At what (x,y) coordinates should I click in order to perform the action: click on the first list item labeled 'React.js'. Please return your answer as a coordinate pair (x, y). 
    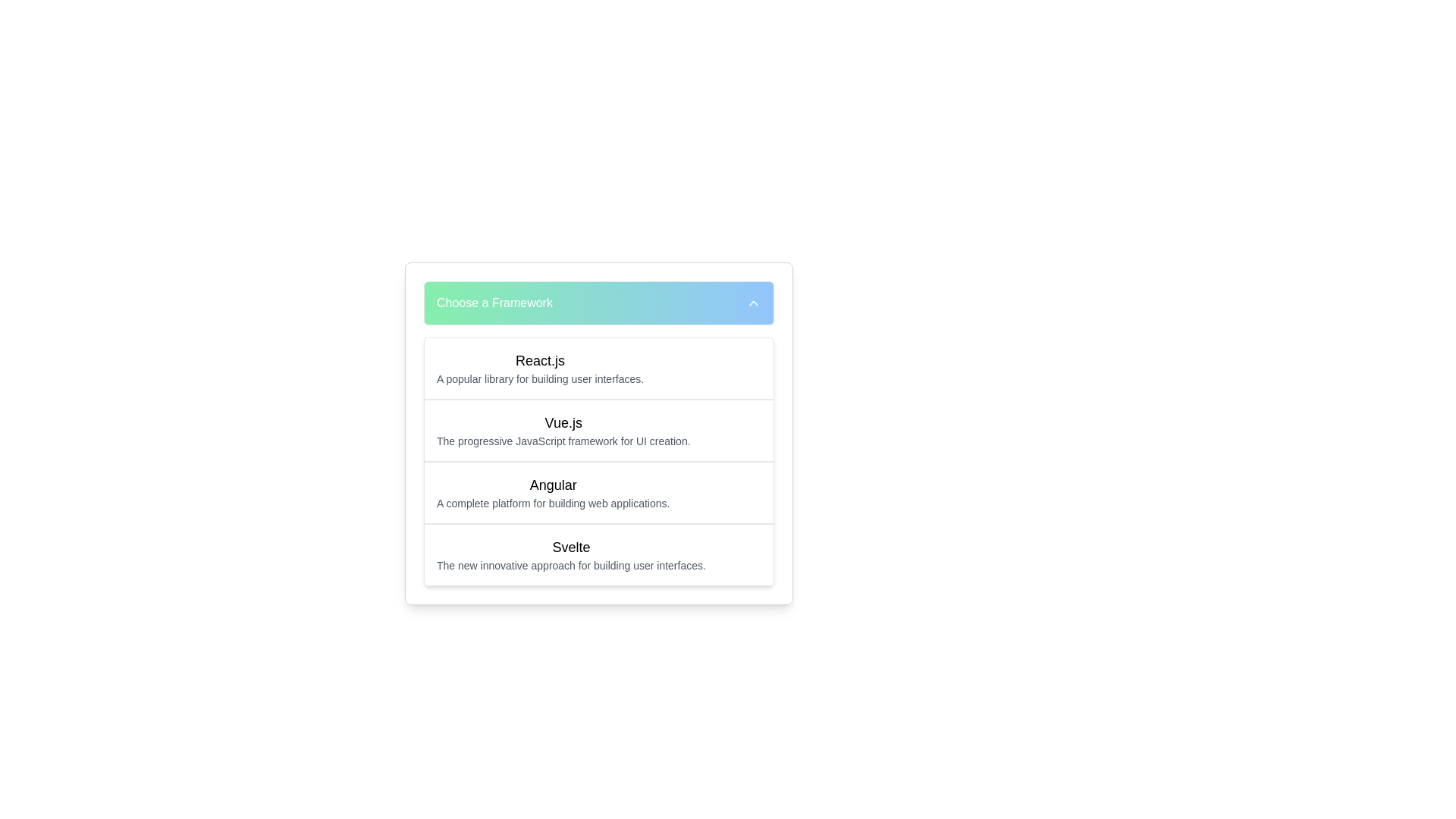
    Looking at the image, I should click on (598, 369).